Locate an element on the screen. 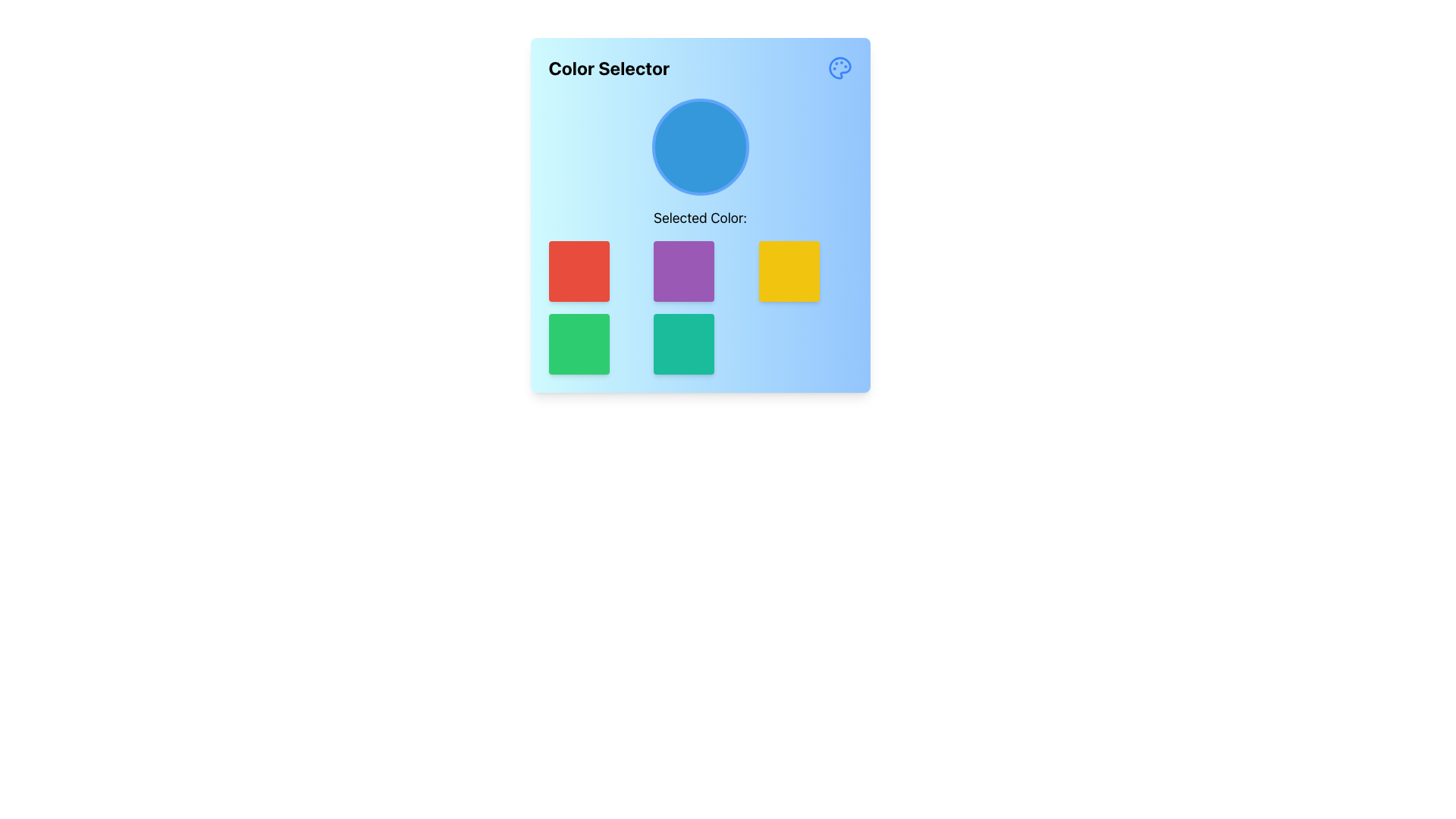  the fifth colored square selector in the Color Selector interface is located at coordinates (699, 344).